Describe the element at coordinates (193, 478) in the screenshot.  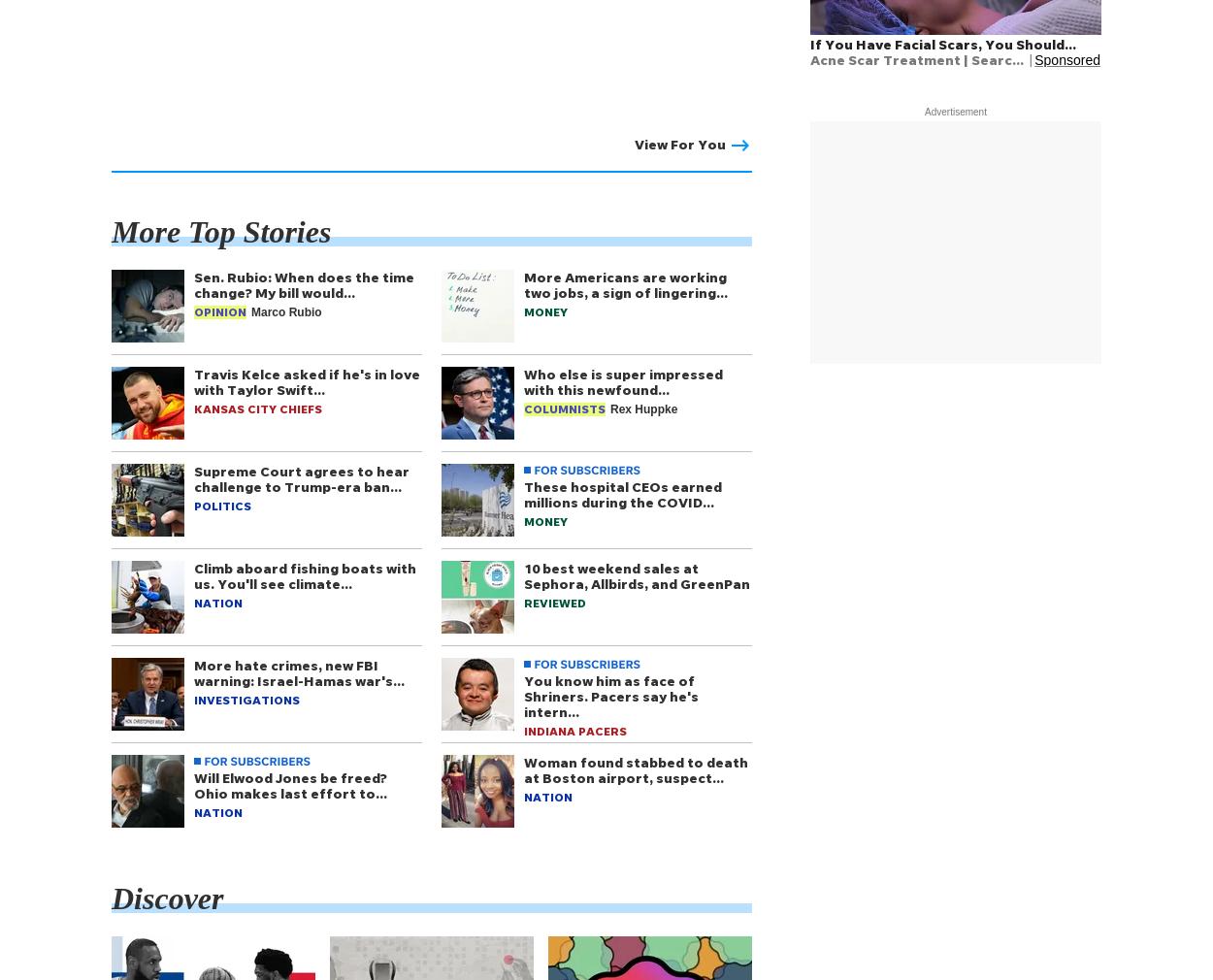
I see `'Supreme Court agrees to hear challenge to Trump-era ban…'` at that location.